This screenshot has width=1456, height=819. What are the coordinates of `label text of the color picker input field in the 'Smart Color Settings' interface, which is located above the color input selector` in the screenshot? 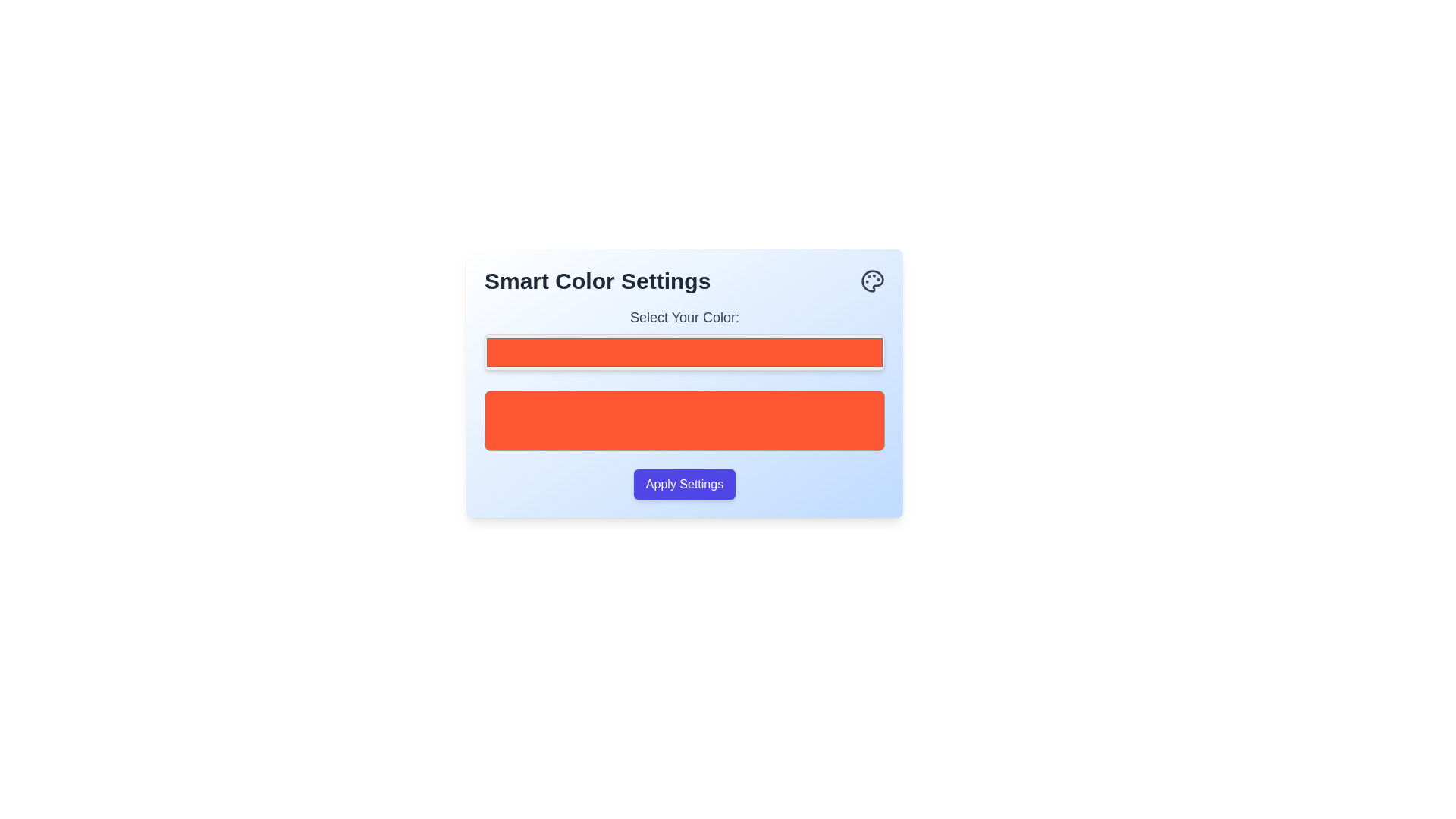 It's located at (683, 338).